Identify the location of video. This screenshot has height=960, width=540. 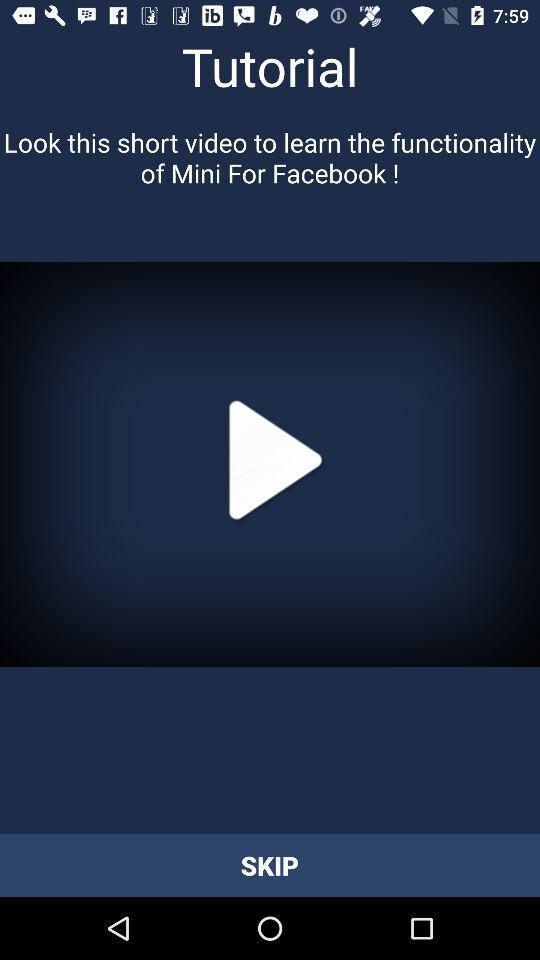
(270, 464).